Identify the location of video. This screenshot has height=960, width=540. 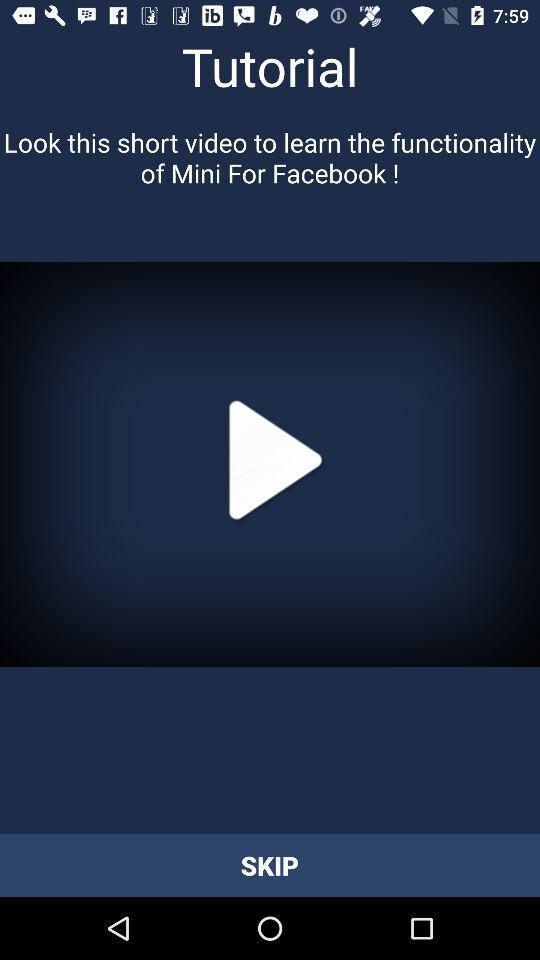
(270, 464).